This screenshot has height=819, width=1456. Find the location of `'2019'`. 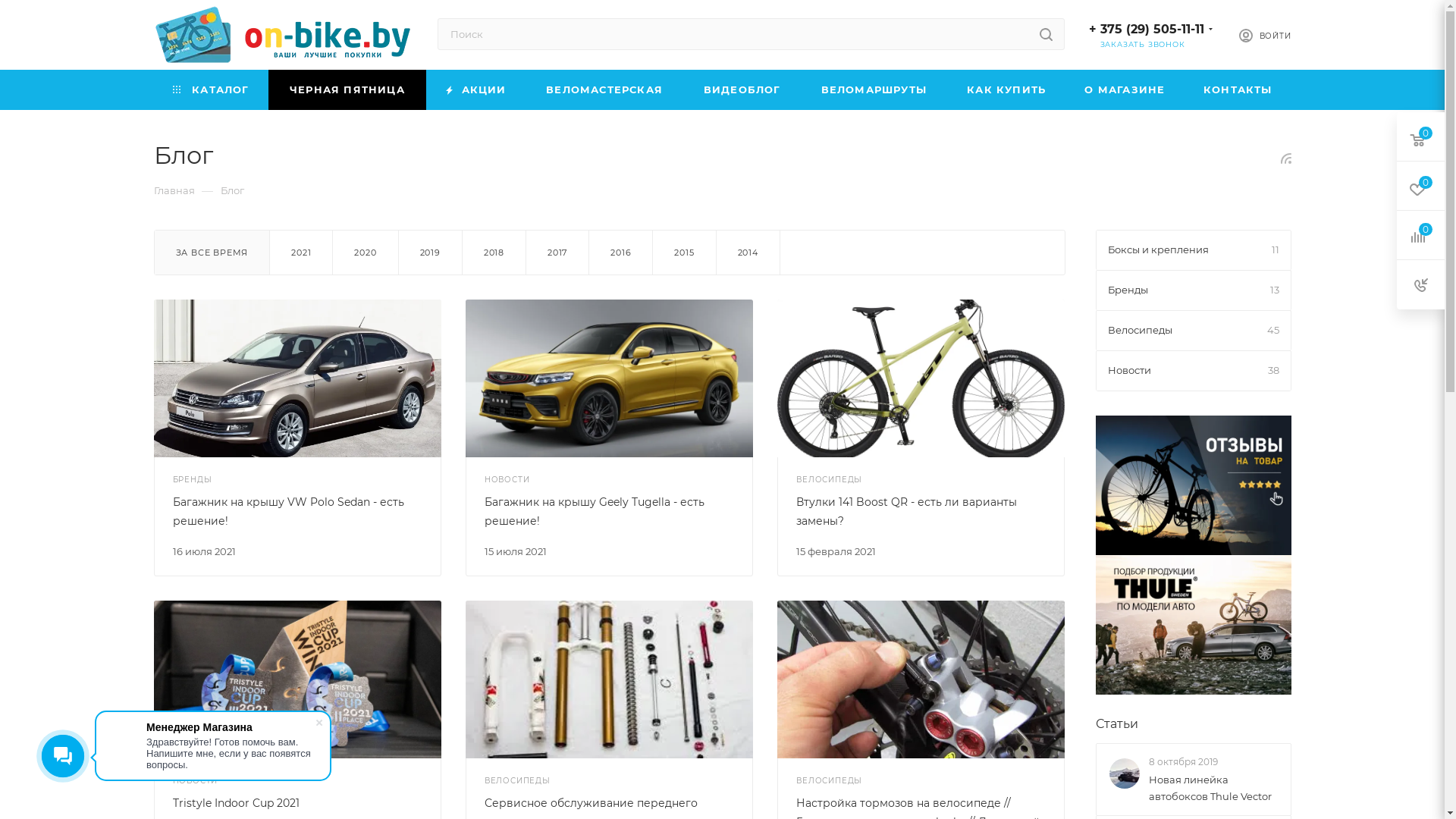

'2019' is located at coordinates (429, 251).